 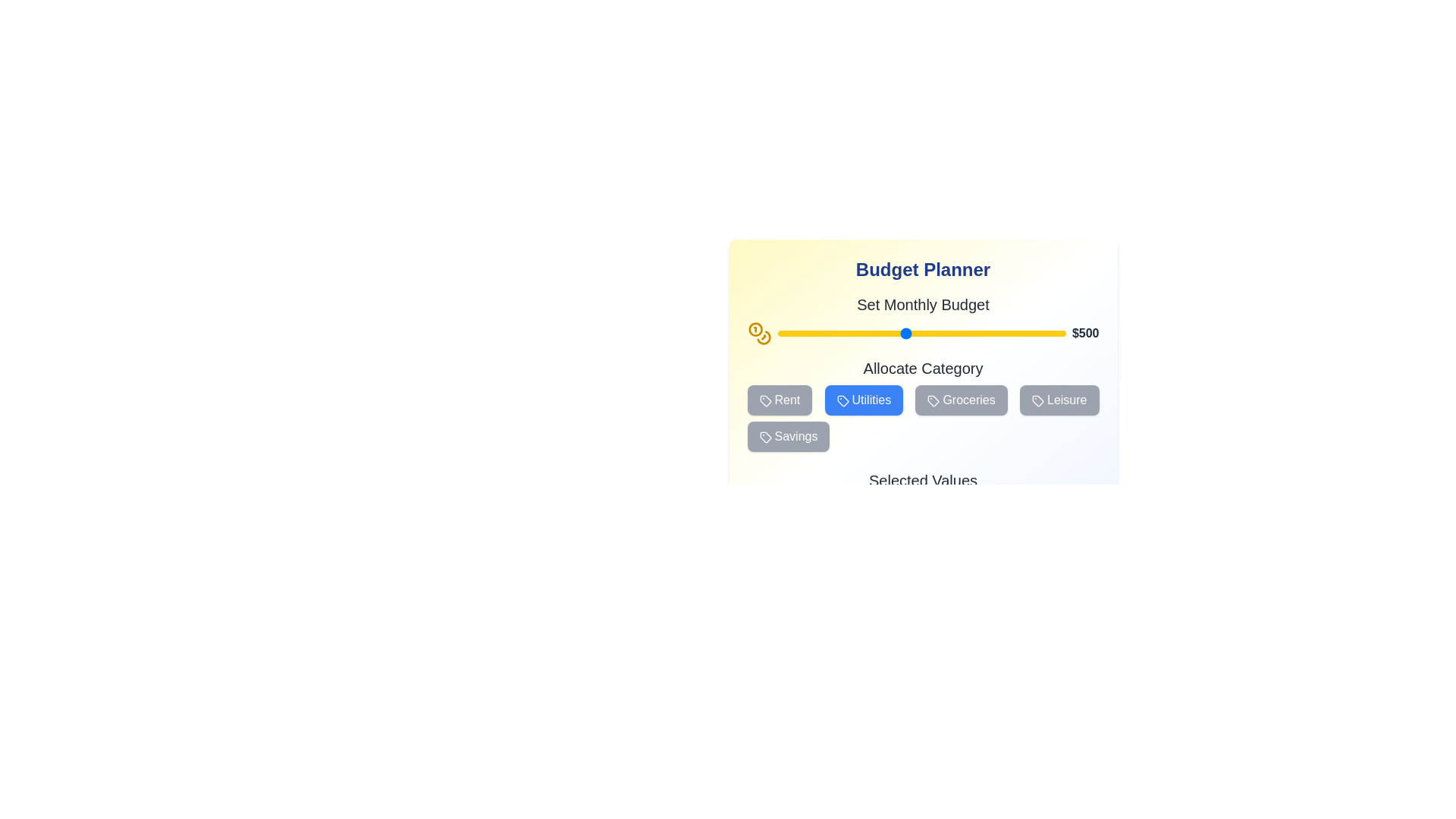 I want to click on the 'Rent' button with a grey background, which is the first button in the budget categories row, so click(x=780, y=400).